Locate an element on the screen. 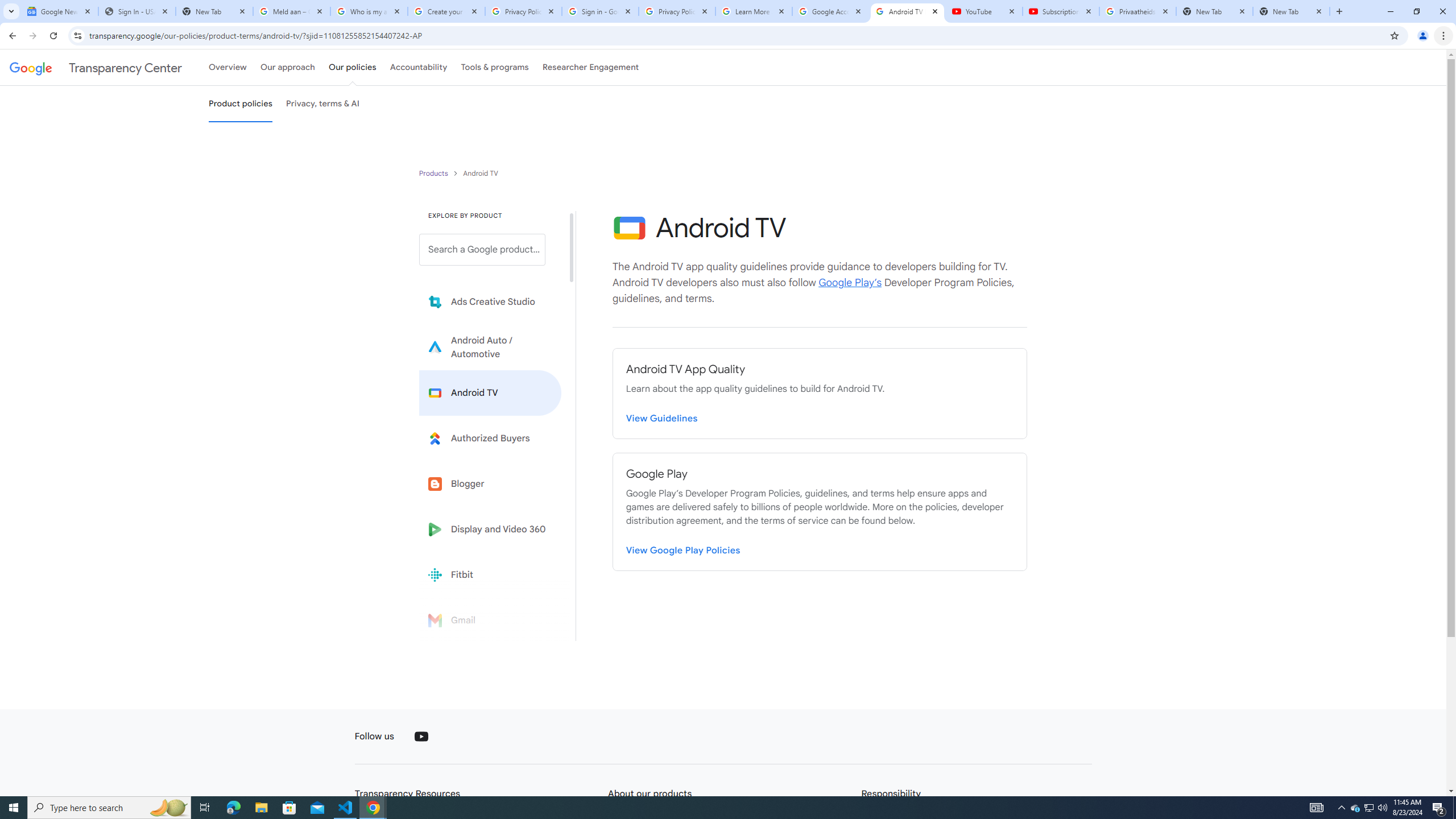  'Accountability' is located at coordinates (418, 67).